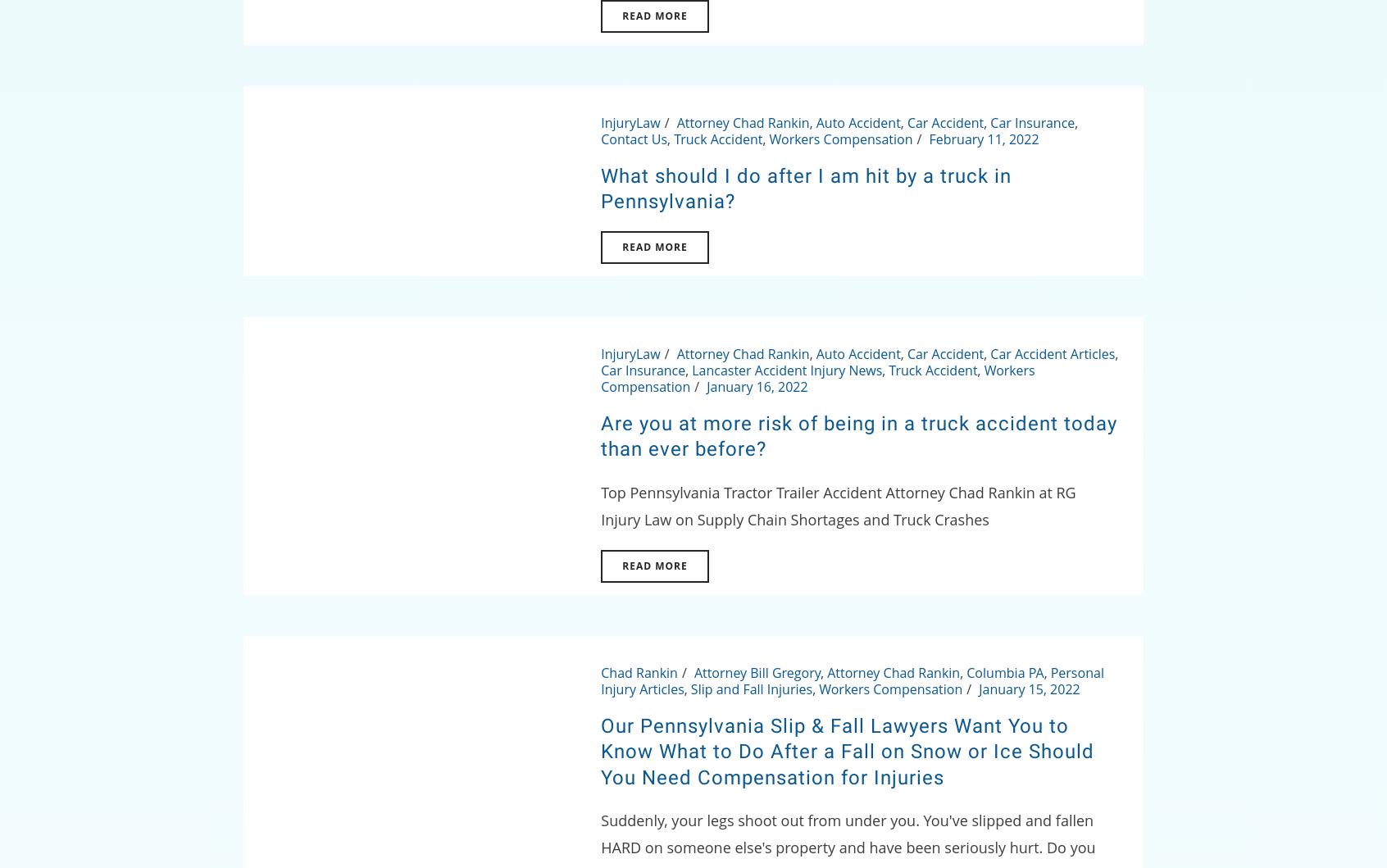  What do you see at coordinates (639, 672) in the screenshot?
I see `'Chad Rankin'` at bounding box center [639, 672].